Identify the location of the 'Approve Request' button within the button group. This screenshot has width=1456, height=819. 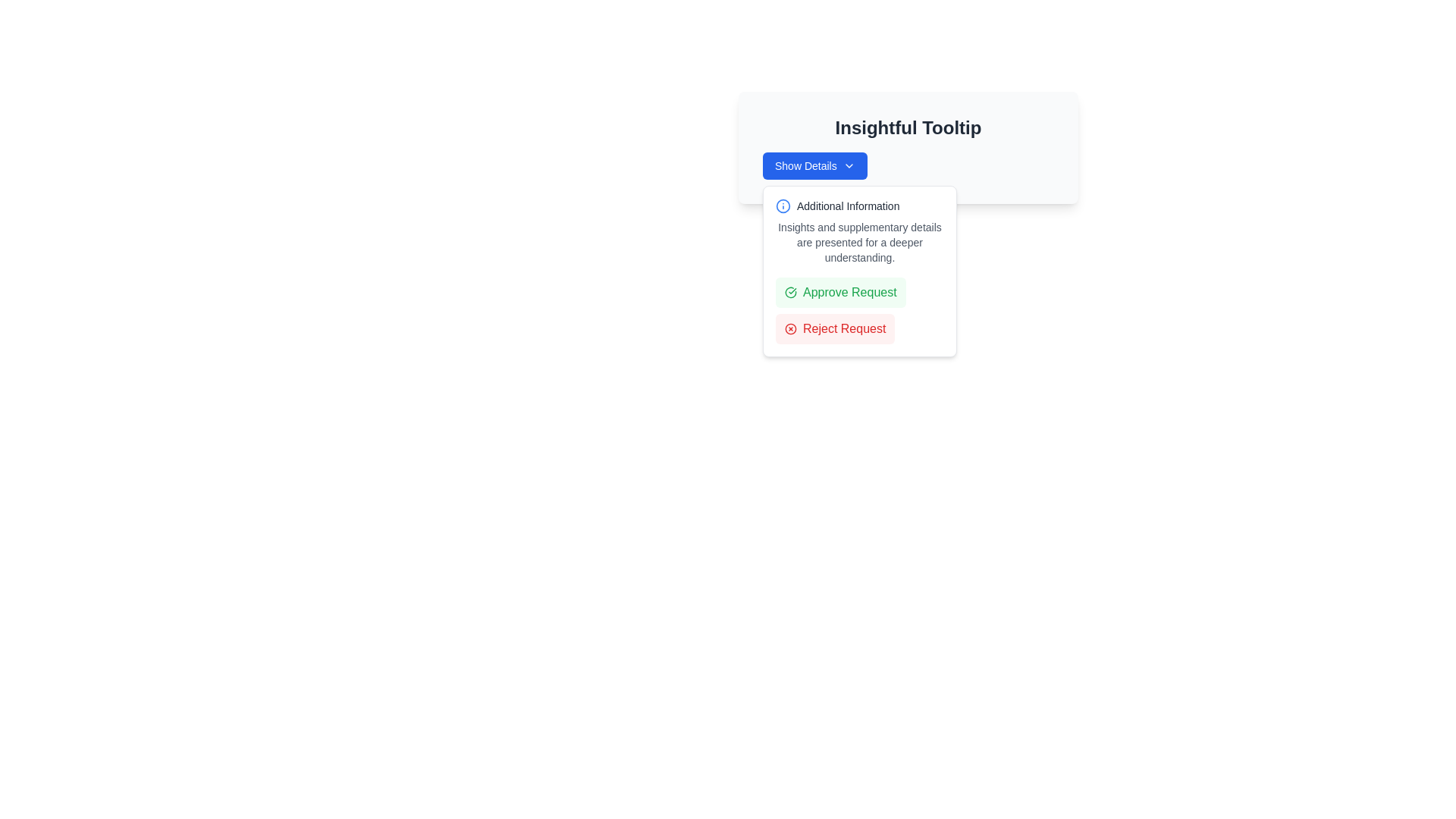
(859, 309).